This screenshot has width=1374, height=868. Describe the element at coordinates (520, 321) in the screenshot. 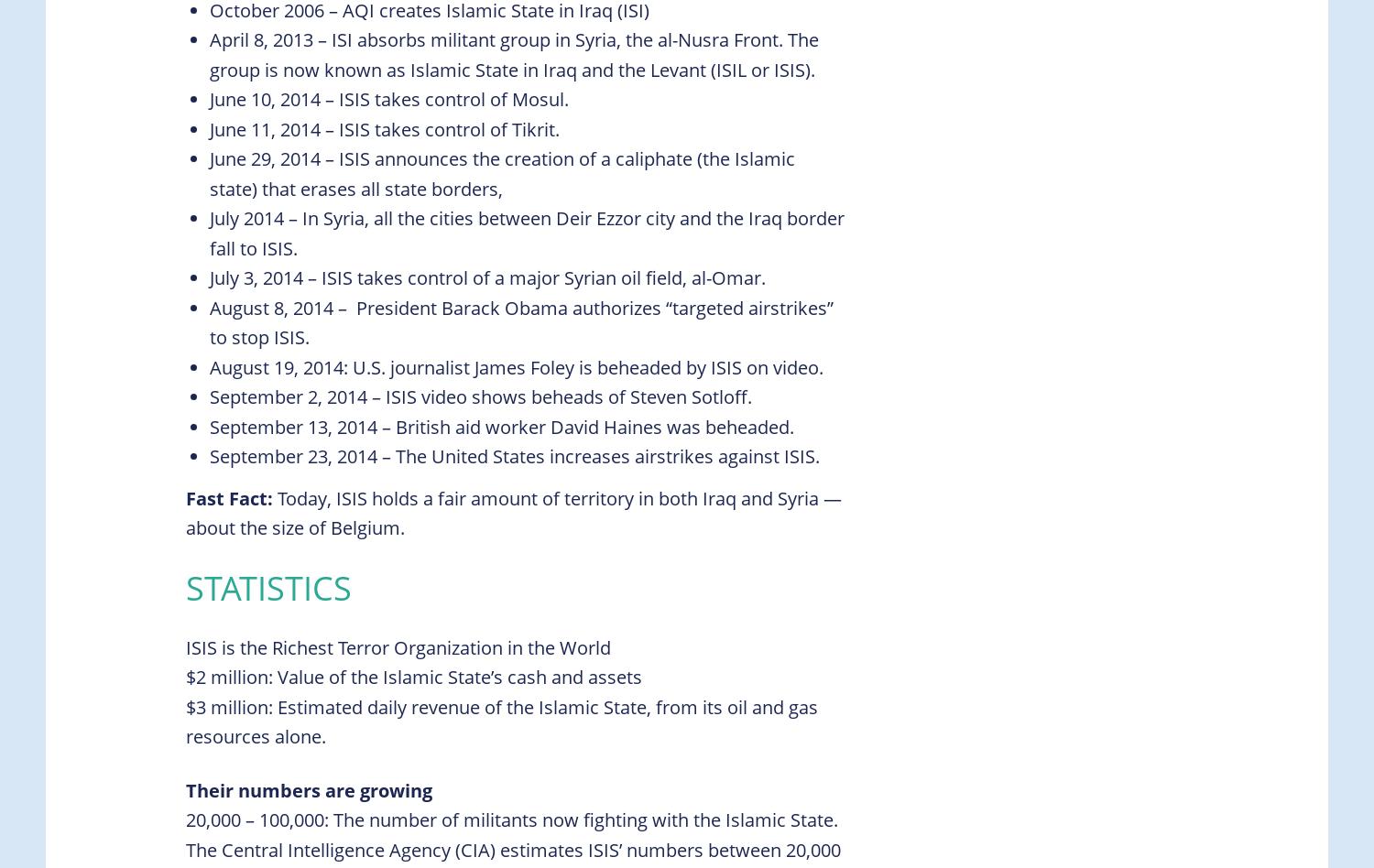

I see `'August 8, 2014 –  President Barack Obama authorizes “targeted airstrikes” to stop ISIS.'` at that location.